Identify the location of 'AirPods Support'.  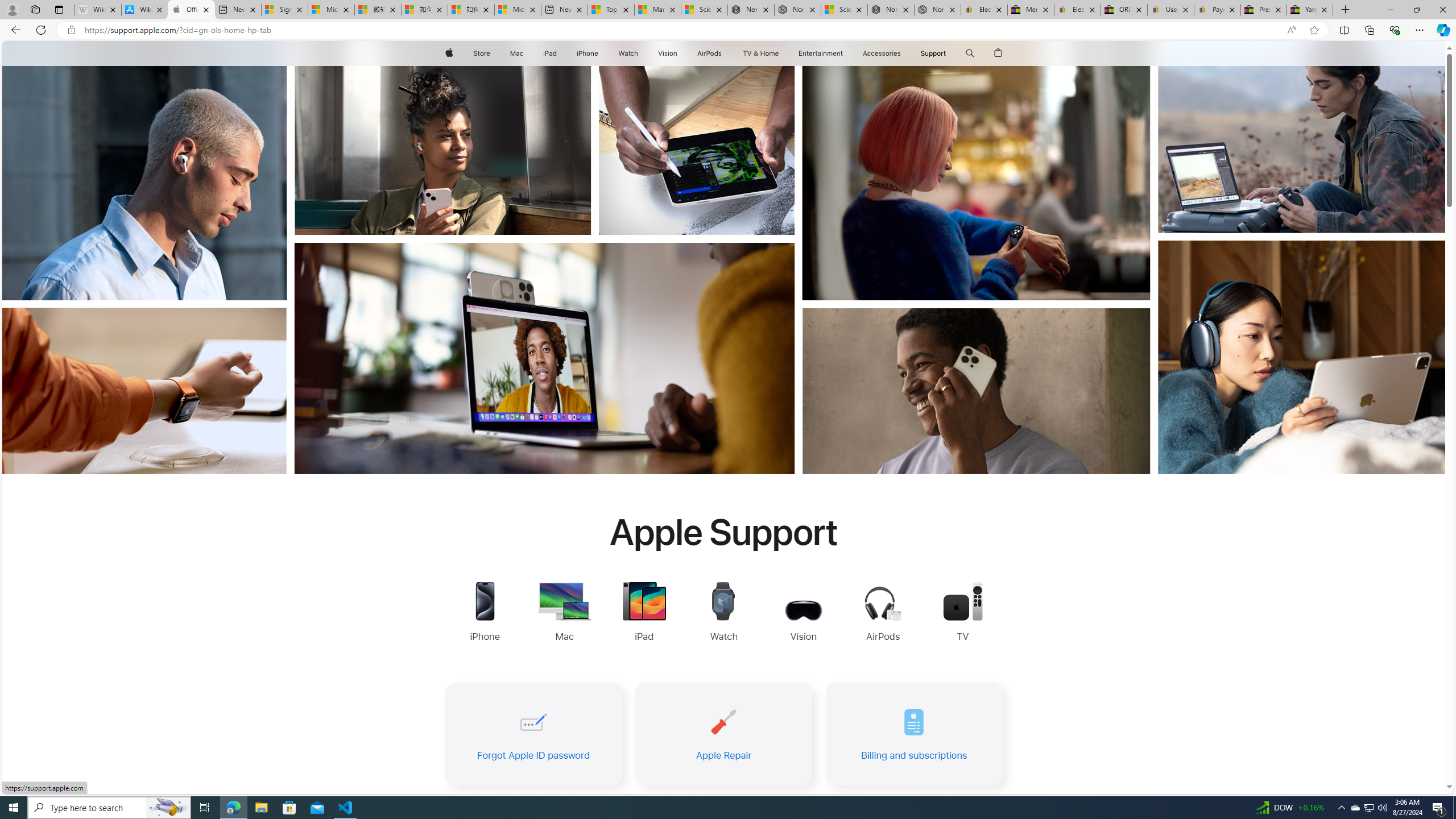
(883, 615).